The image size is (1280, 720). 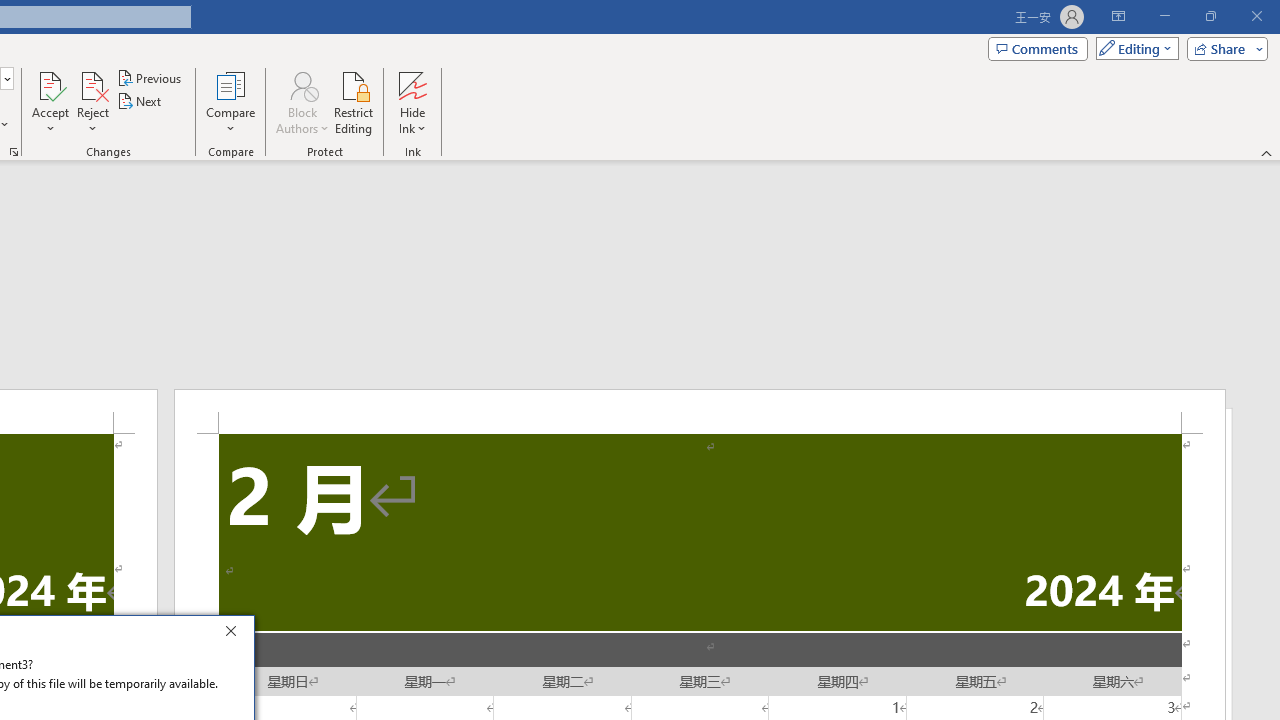 I want to click on 'Hide Ink', so click(x=411, y=103).